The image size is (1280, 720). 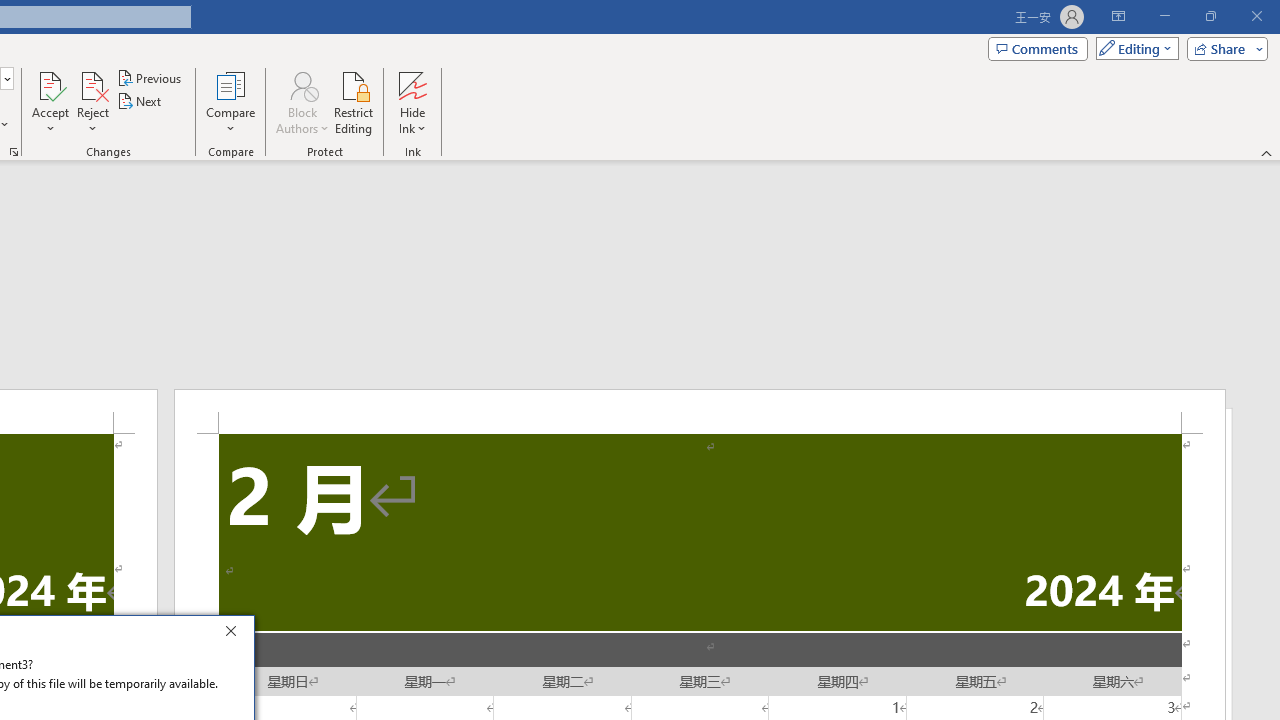 I want to click on 'Hide Ink', so click(x=411, y=103).